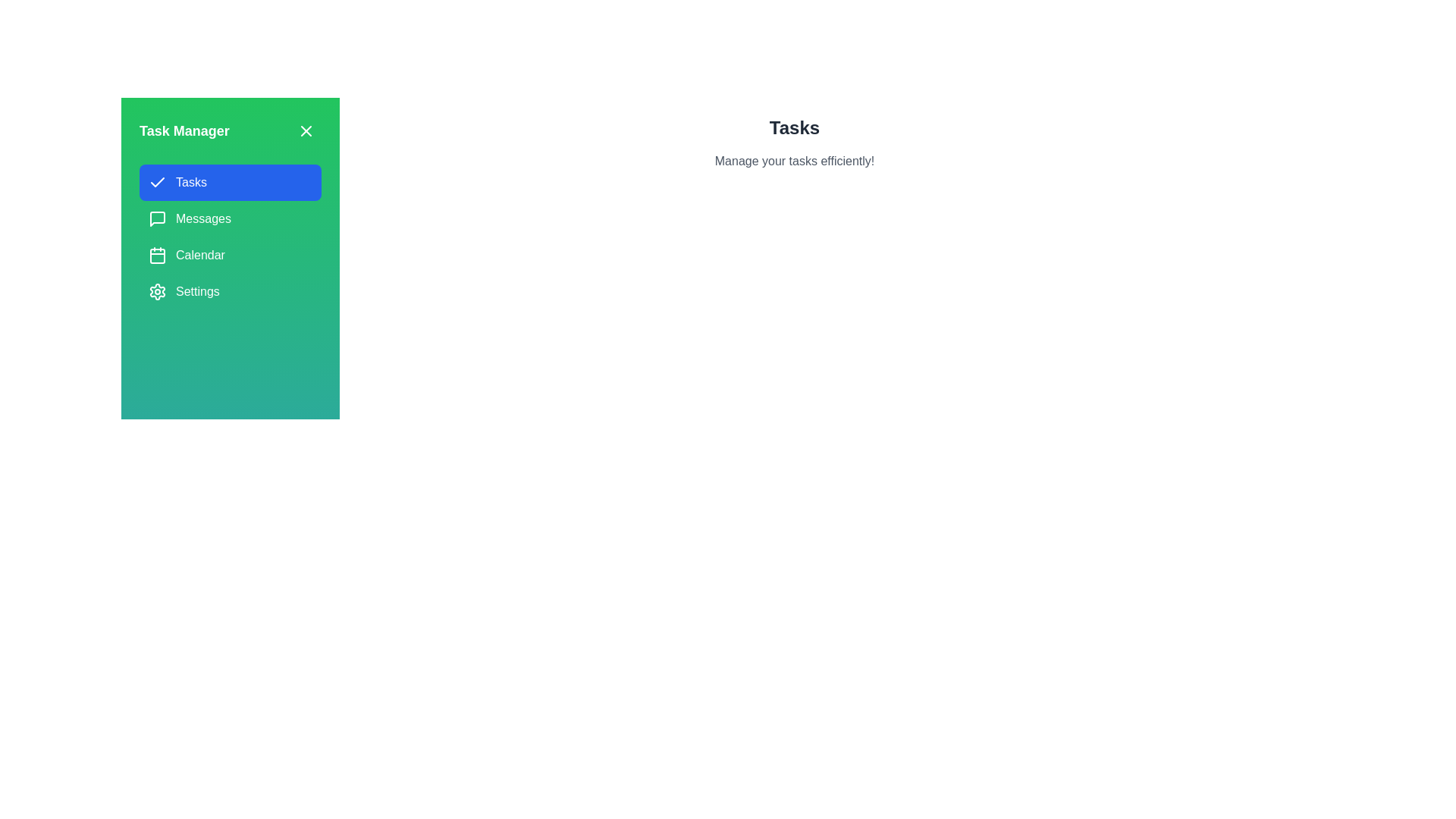  Describe the element at coordinates (229, 254) in the screenshot. I see `the tab named Calendar in the TaskManagerDrawer` at that location.